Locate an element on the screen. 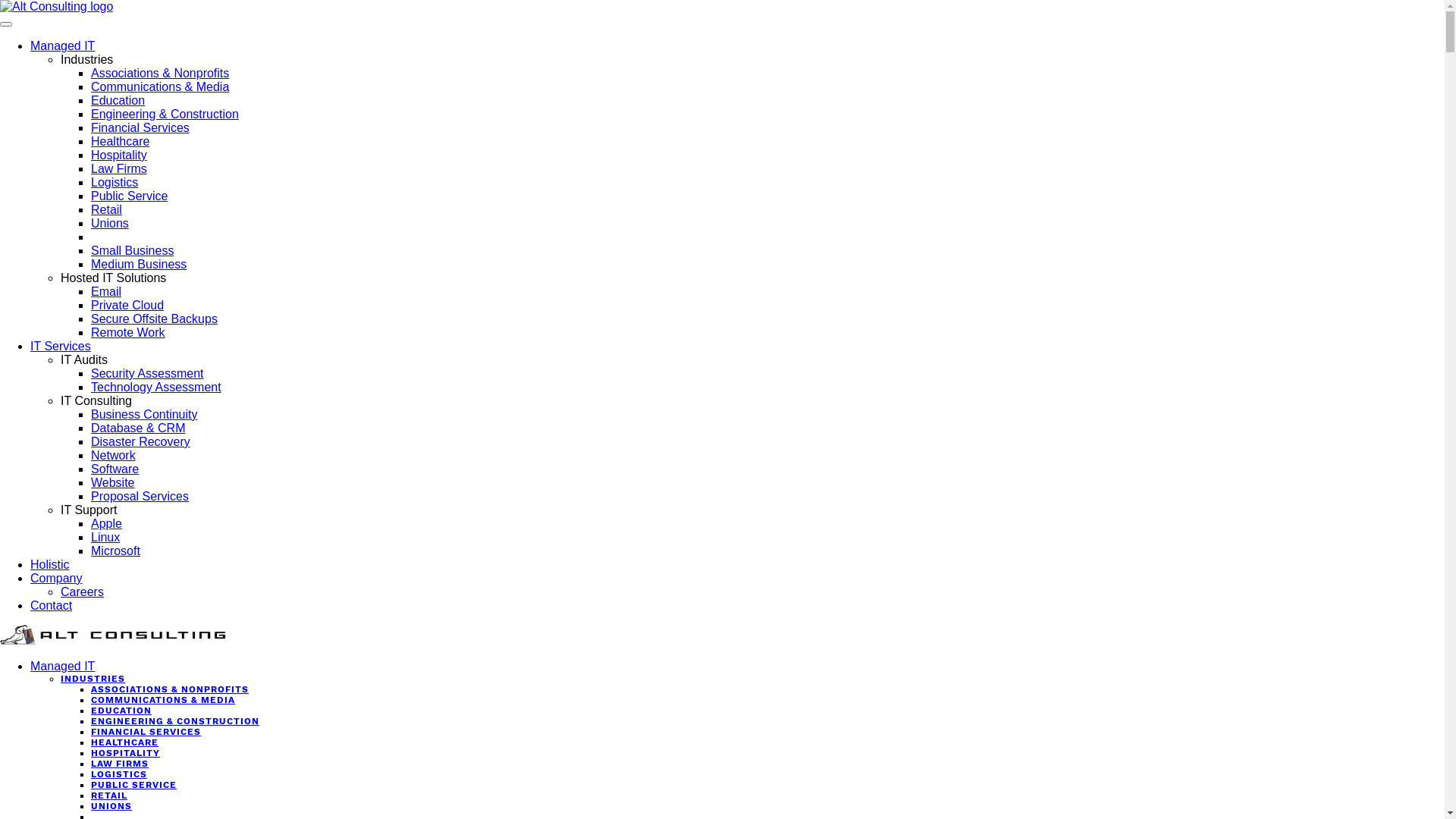 The image size is (1456, 819). 'Database & CRM' is located at coordinates (138, 428).